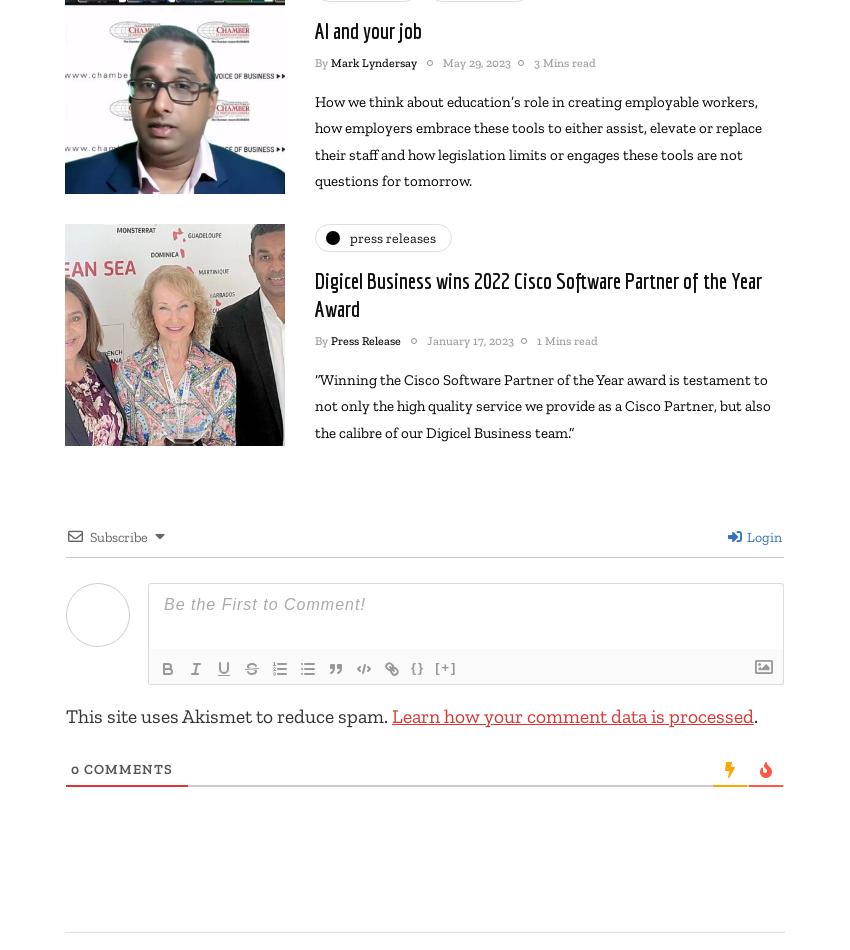 Image resolution: width=850 pixels, height=950 pixels. Describe the element at coordinates (125, 767) in the screenshot. I see `'Comments'` at that location.